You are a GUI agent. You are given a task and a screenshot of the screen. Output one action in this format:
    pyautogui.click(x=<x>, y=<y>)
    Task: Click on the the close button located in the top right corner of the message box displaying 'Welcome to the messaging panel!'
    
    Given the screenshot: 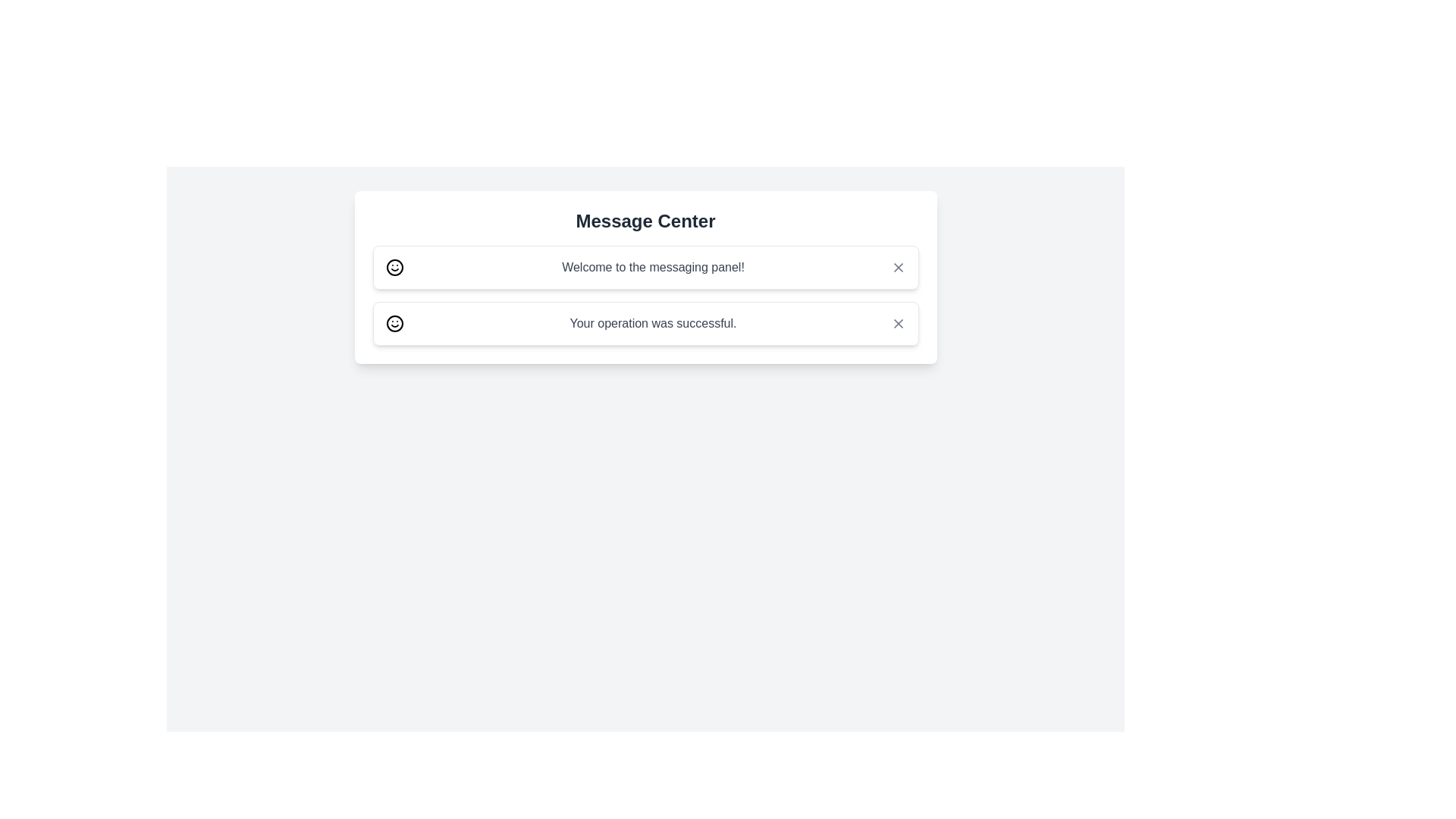 What is the action you would take?
    pyautogui.click(x=898, y=267)
    